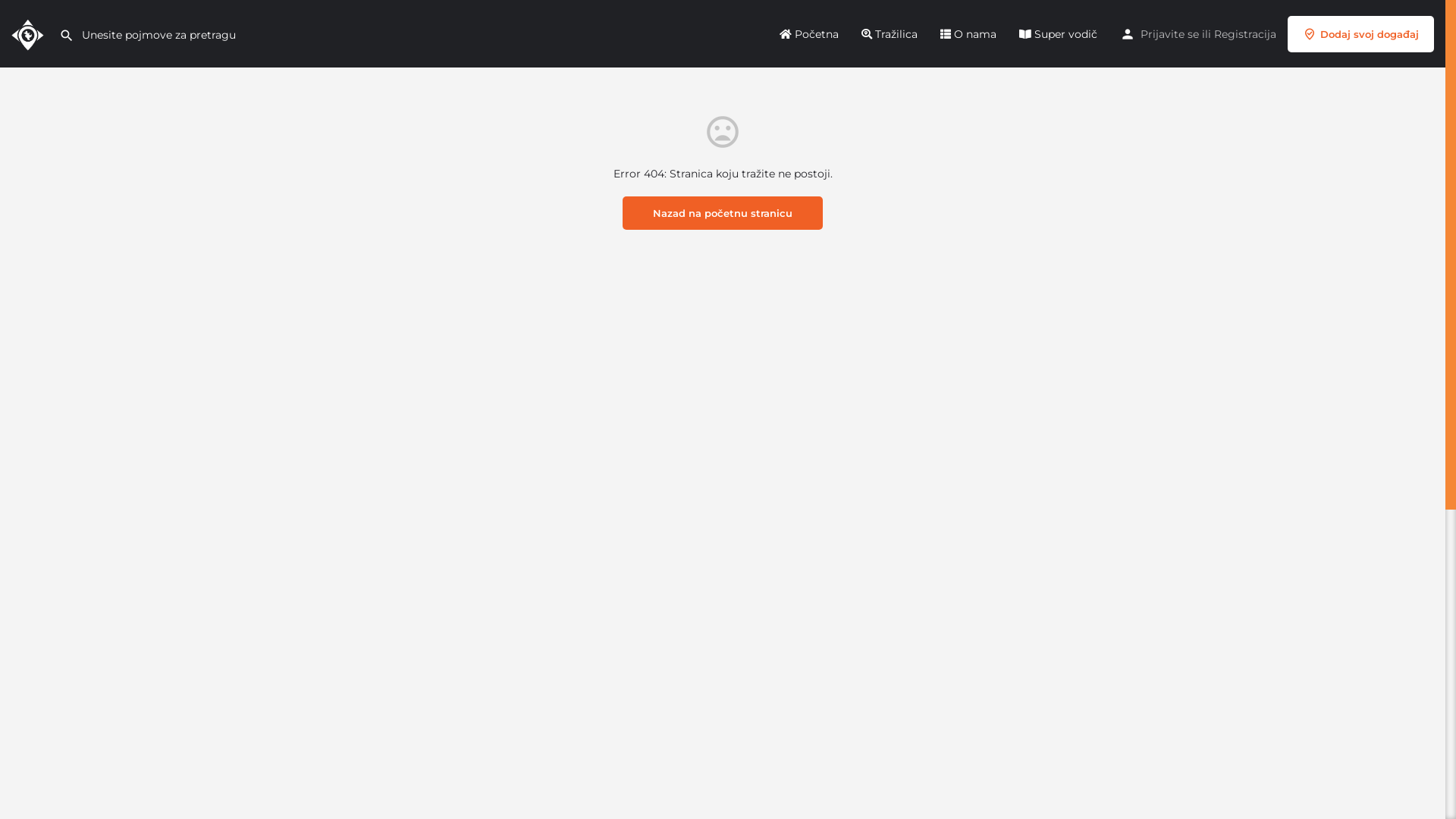  I want to click on 'Registracija', so click(1214, 33).